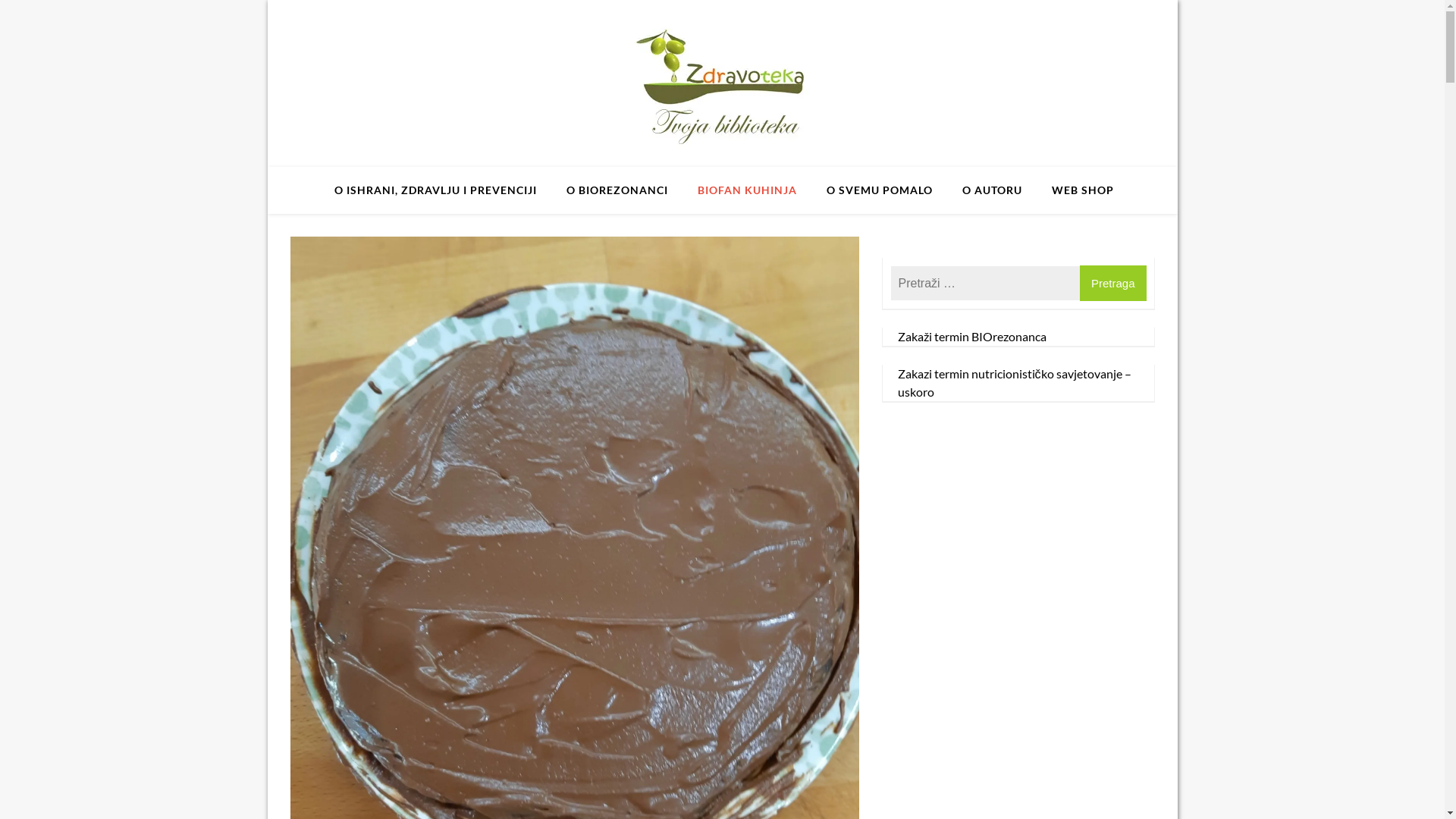 The width and height of the screenshot is (1456, 819). Describe the element at coordinates (1081, 189) in the screenshot. I see `'WEB SHOP'` at that location.